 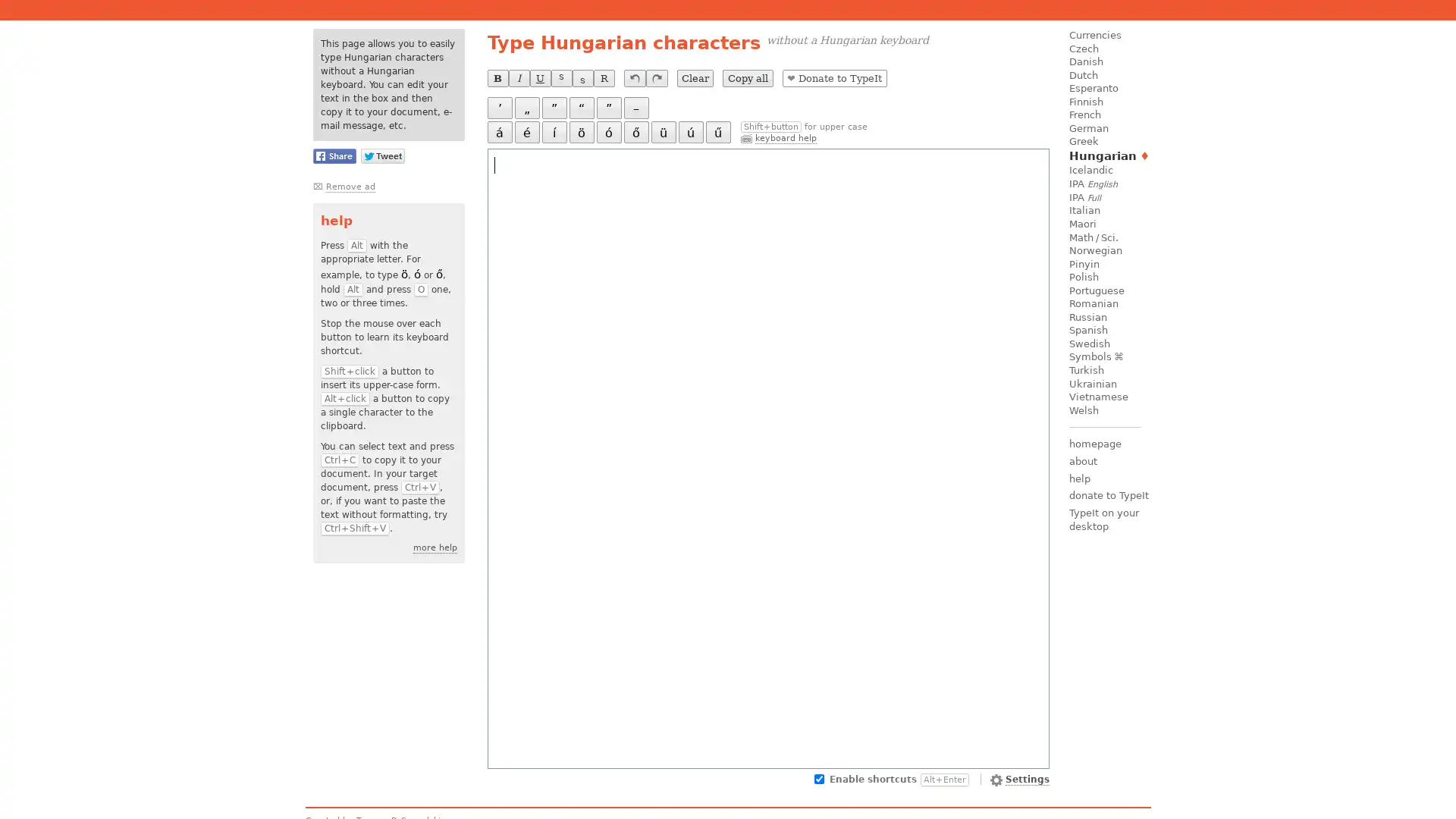 What do you see at coordinates (526, 131) in the screenshot?
I see `e` at bounding box center [526, 131].